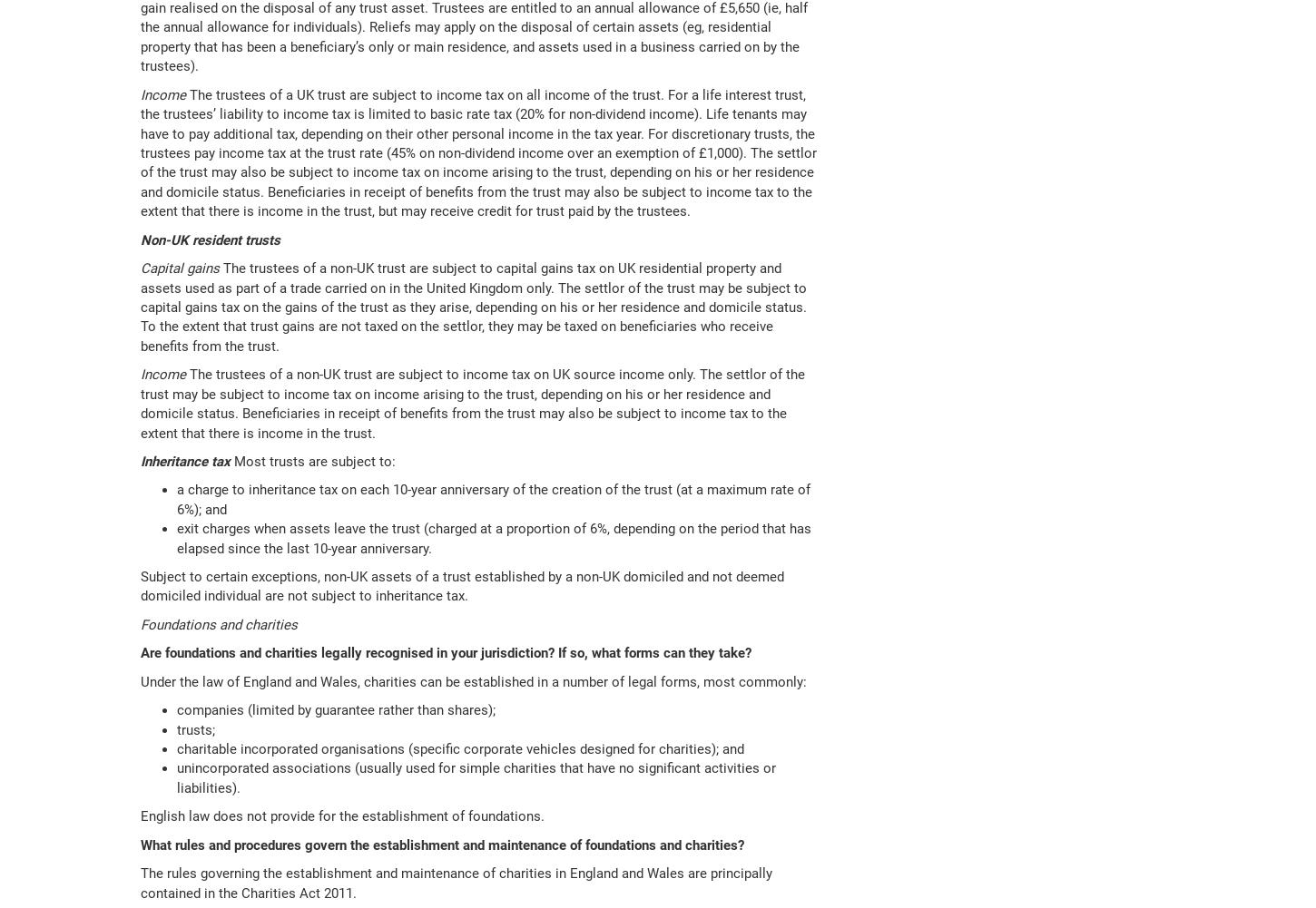  Describe the element at coordinates (476, 776) in the screenshot. I see `'unincorporated associations (usually used for simple charities that have no significant activities or liabilities).'` at that location.